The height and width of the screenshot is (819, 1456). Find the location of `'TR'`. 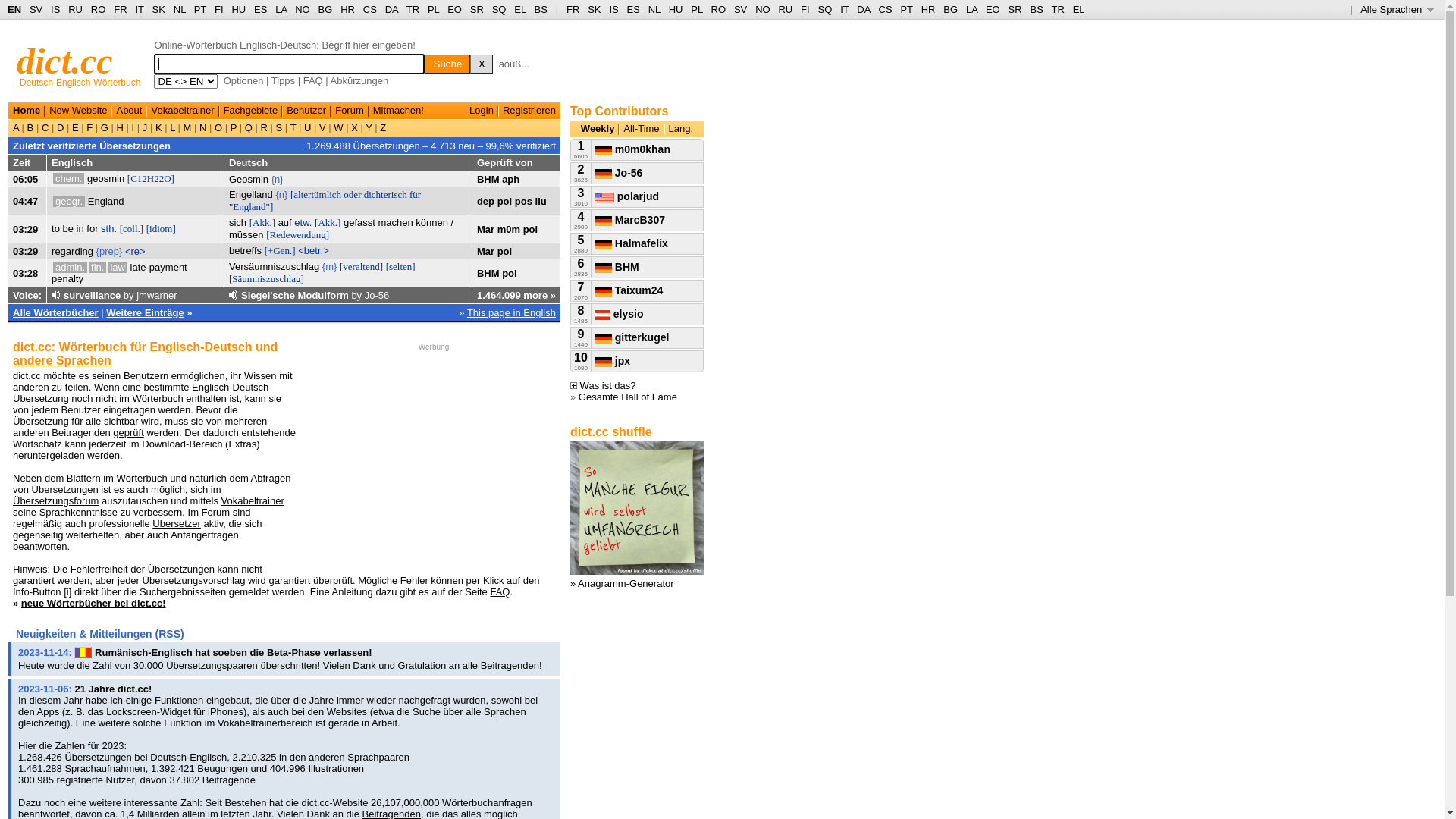

'TR' is located at coordinates (1056, 9).